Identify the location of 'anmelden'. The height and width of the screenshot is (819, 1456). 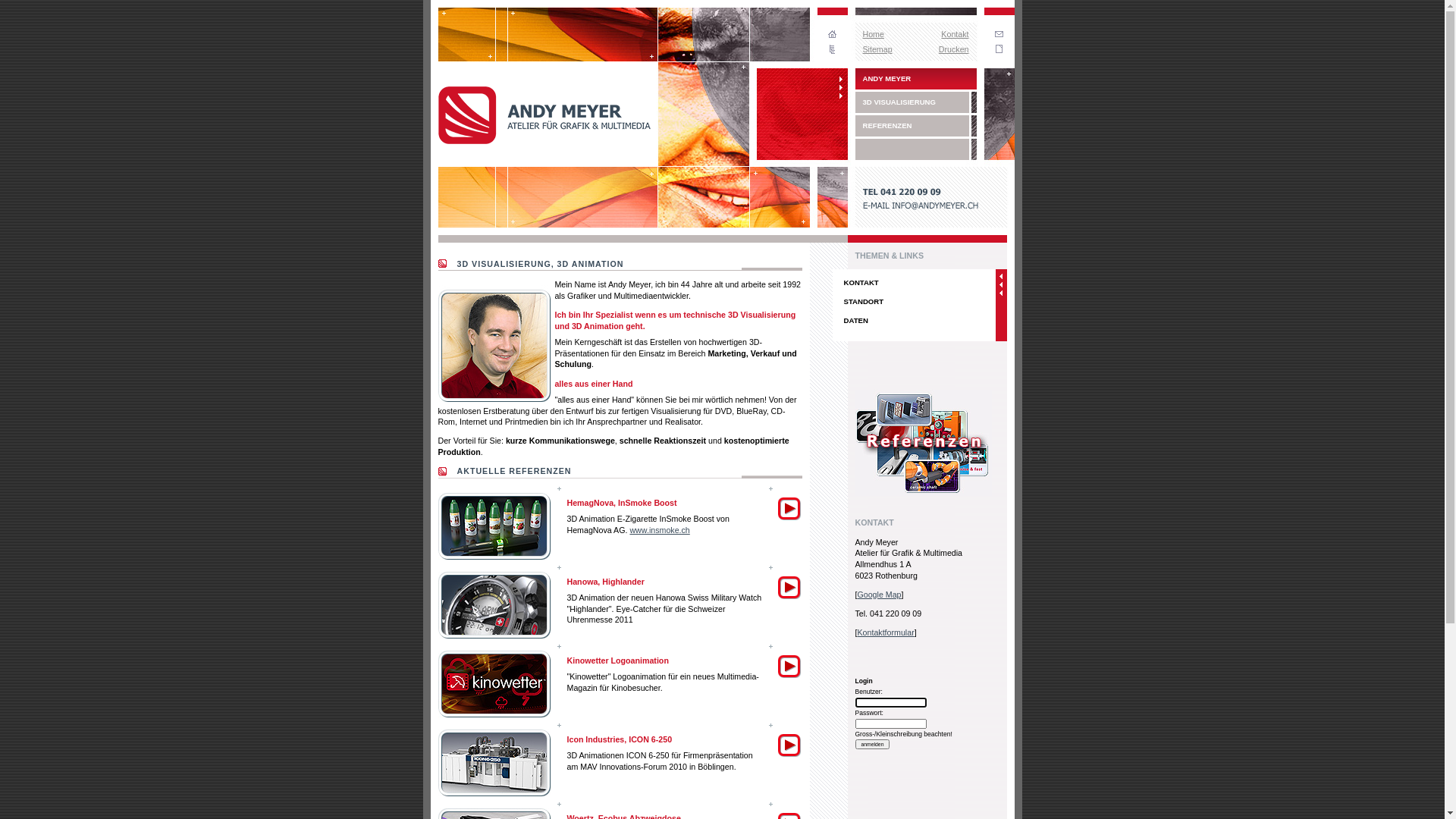
(873, 743).